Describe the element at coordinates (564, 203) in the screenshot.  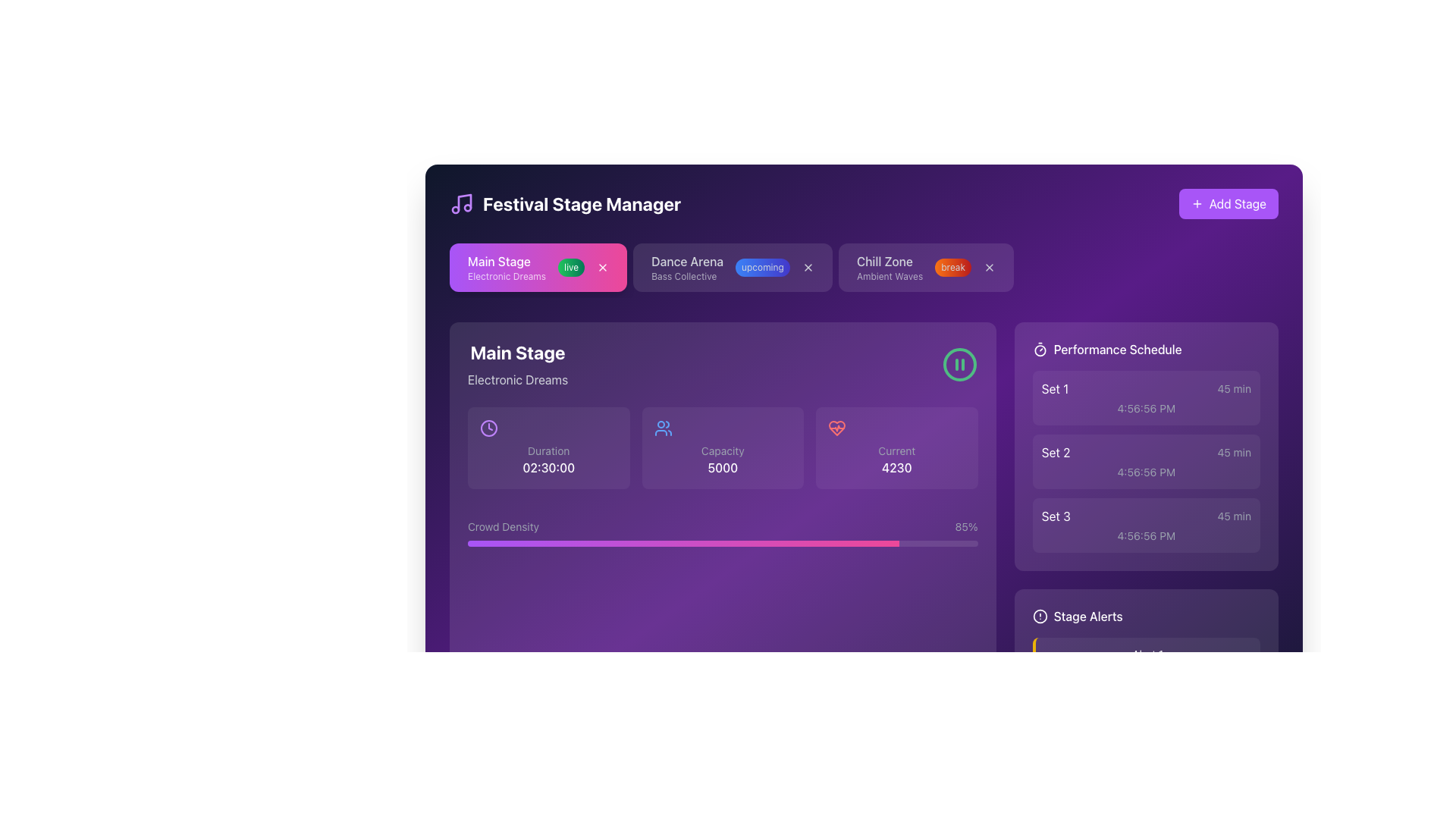
I see `the 'Festival Stage Manager' header, which is a prominent bold white text on a dark background, located in the top-left corner of the interface, immediately to the right of a purple music icon` at that location.